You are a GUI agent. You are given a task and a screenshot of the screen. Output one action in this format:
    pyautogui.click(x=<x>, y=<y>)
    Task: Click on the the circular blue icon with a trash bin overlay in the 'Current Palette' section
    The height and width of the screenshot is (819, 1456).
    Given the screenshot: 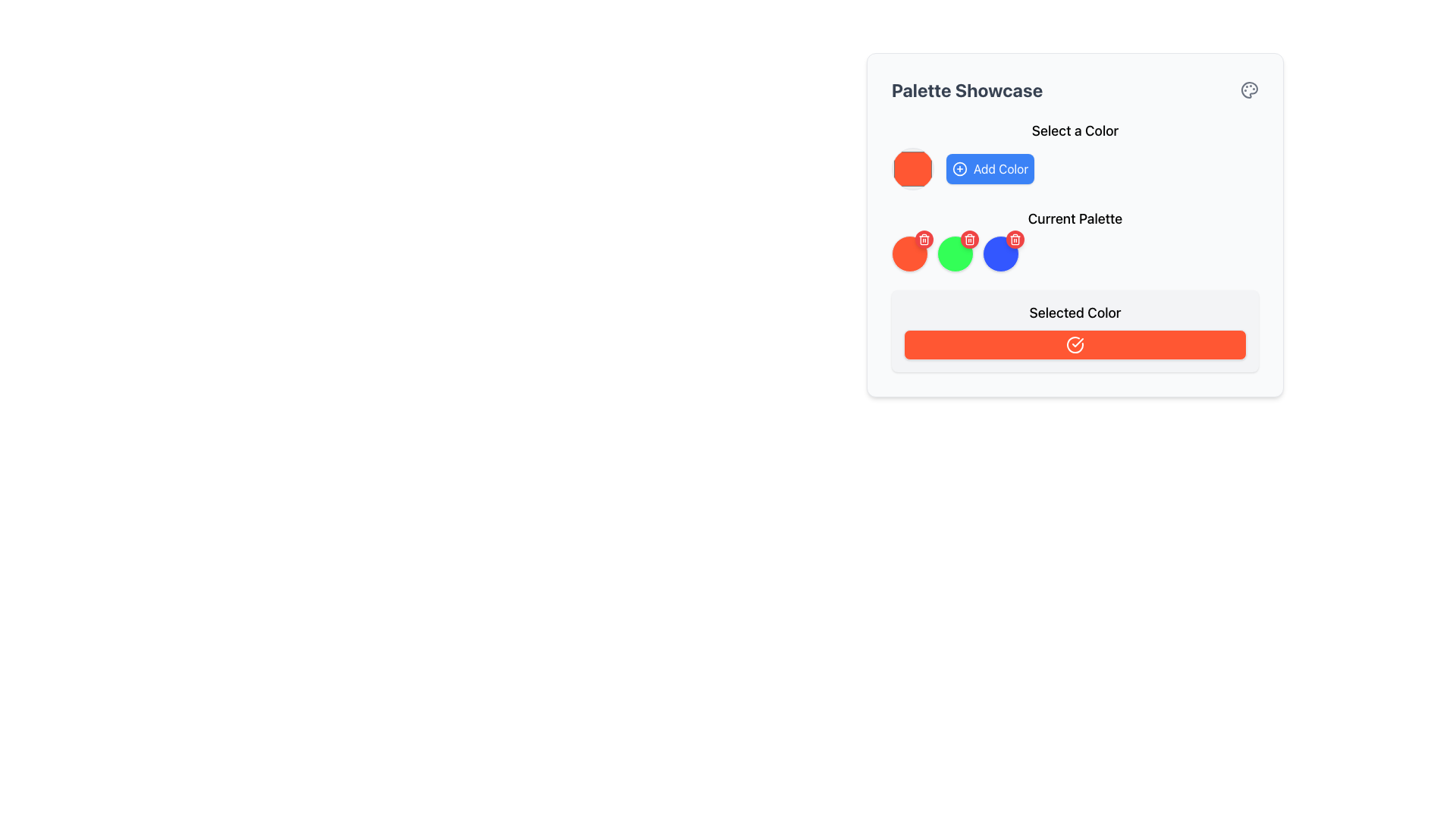 What is the action you would take?
    pyautogui.click(x=1001, y=253)
    